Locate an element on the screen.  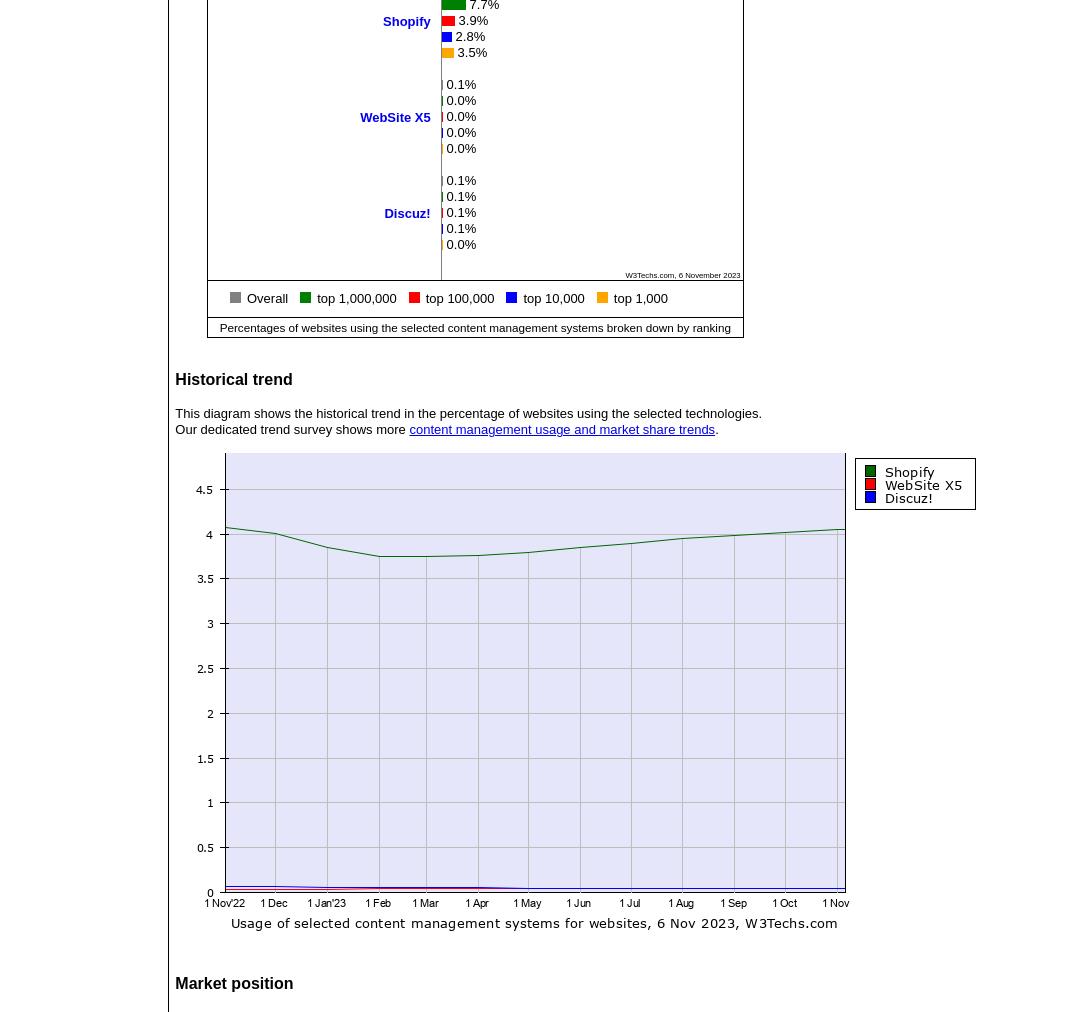
'Market position' is located at coordinates (233, 983).